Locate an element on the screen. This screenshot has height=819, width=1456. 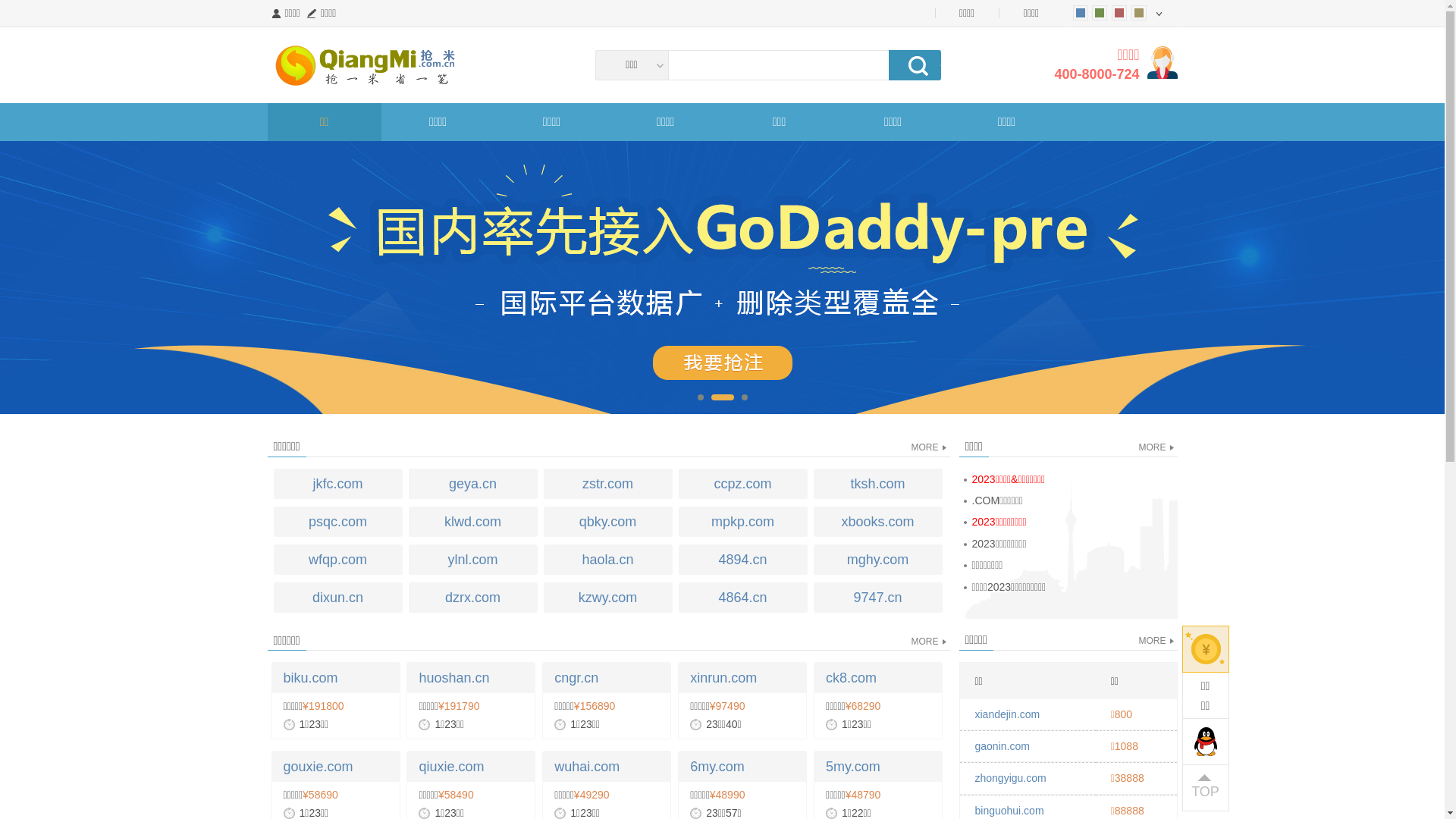
'xbooks.com' is located at coordinates (877, 520).